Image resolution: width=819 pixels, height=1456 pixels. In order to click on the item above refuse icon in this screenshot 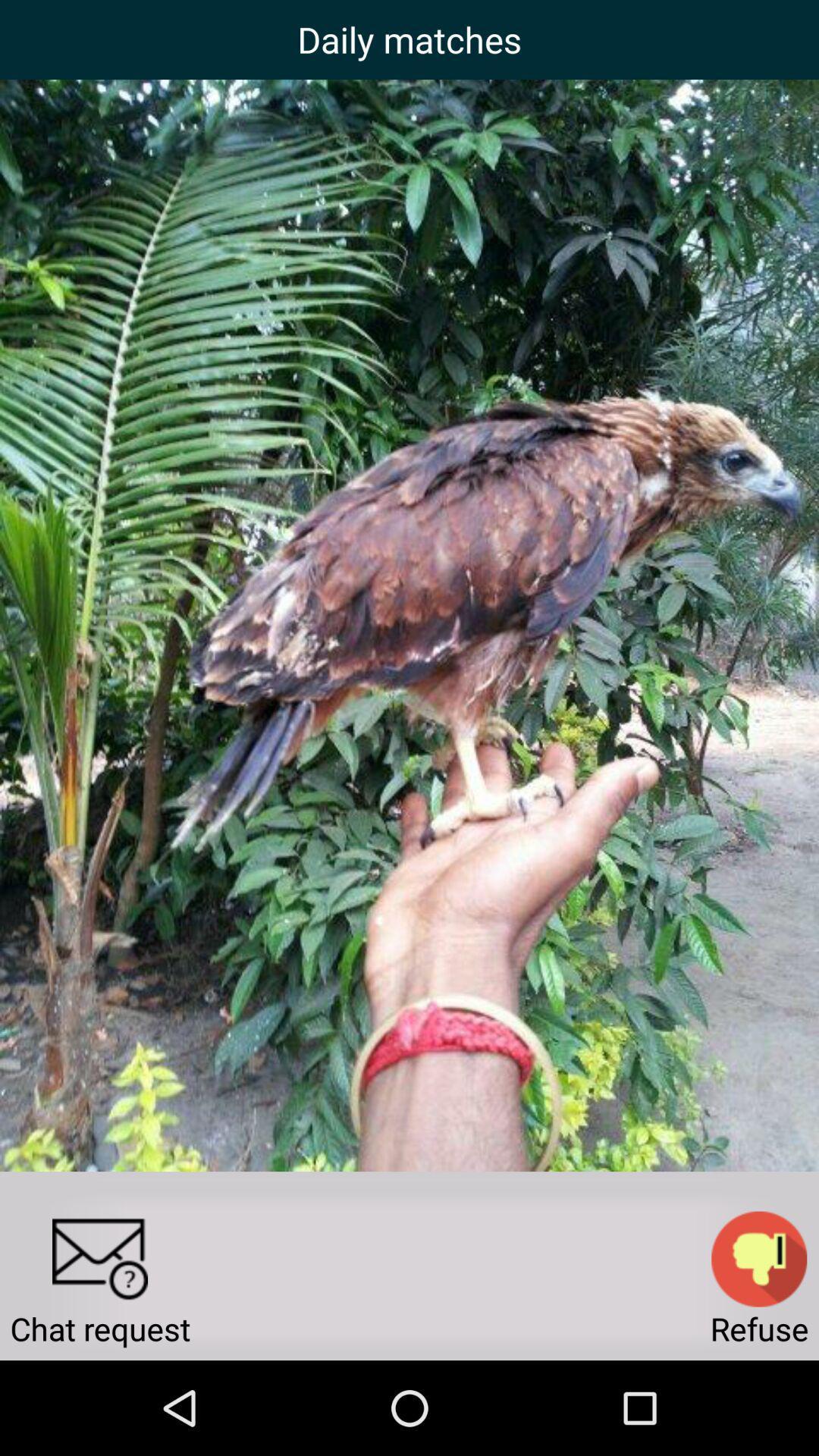, I will do `click(759, 1259)`.